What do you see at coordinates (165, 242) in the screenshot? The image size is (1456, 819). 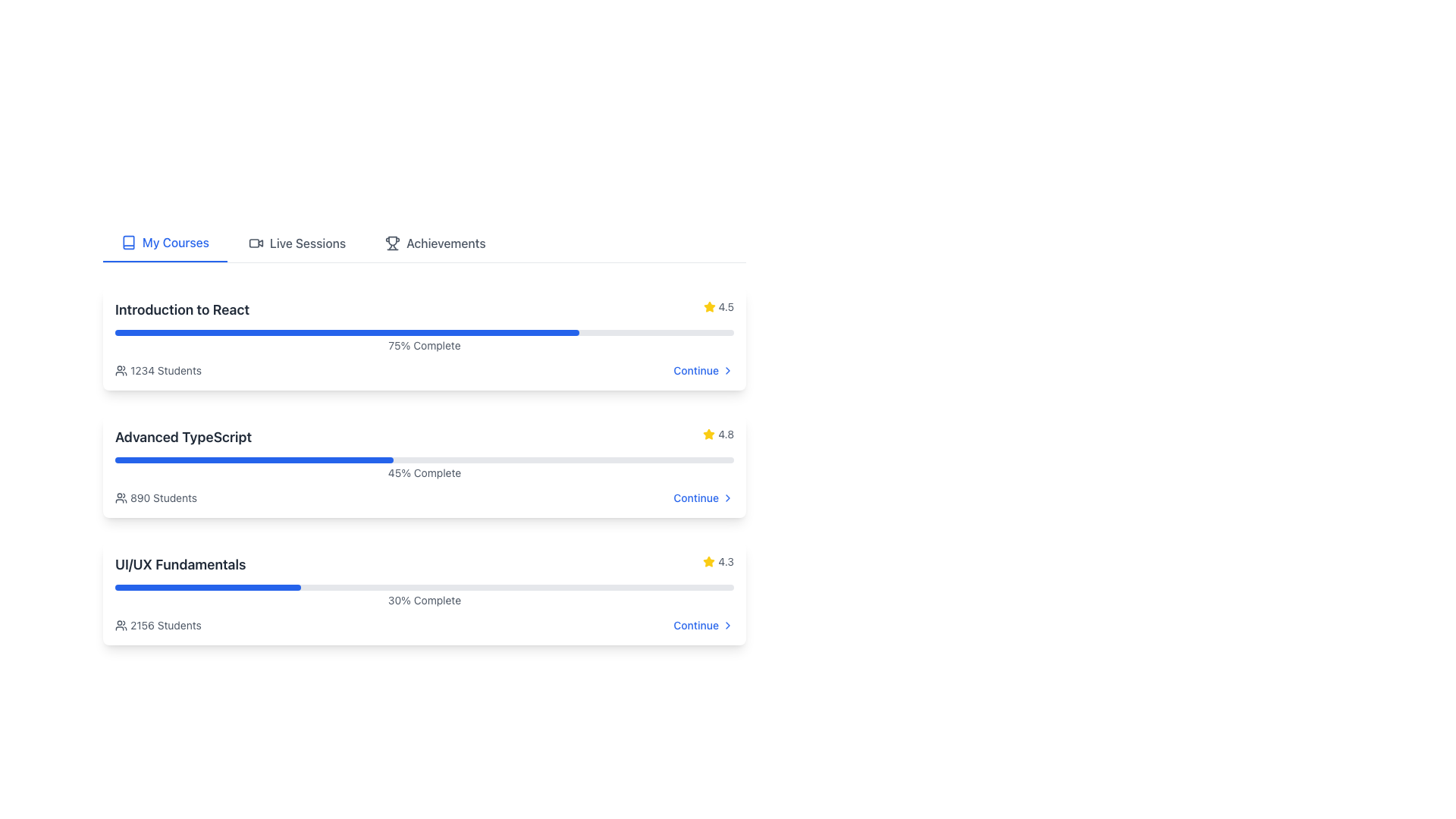 I see `the 'My Courses' tab navigation button, which features a blue book icon and is the first option in the tab navigation bar` at bounding box center [165, 242].